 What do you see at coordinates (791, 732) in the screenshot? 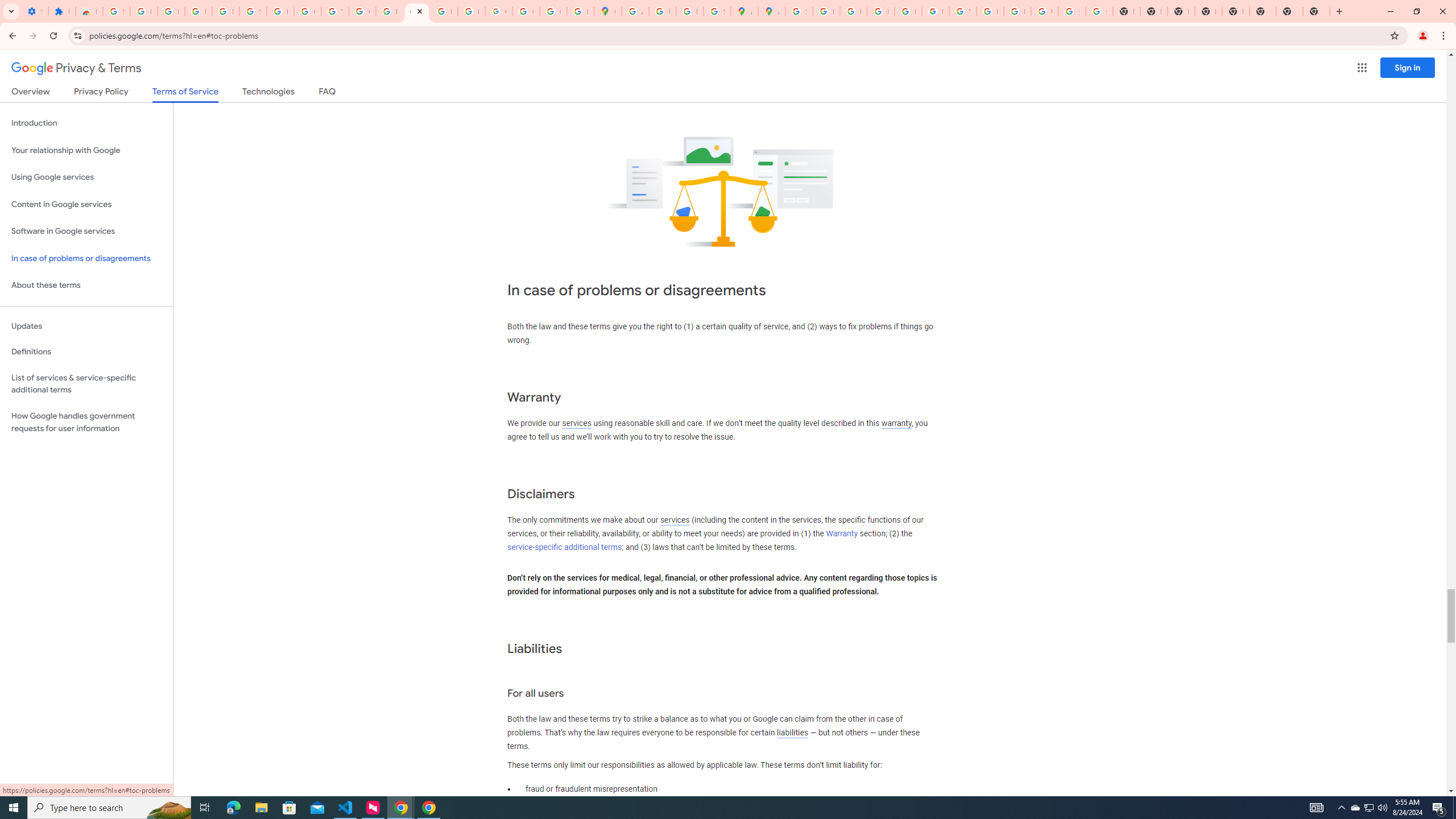
I see `'liabilities'` at bounding box center [791, 732].